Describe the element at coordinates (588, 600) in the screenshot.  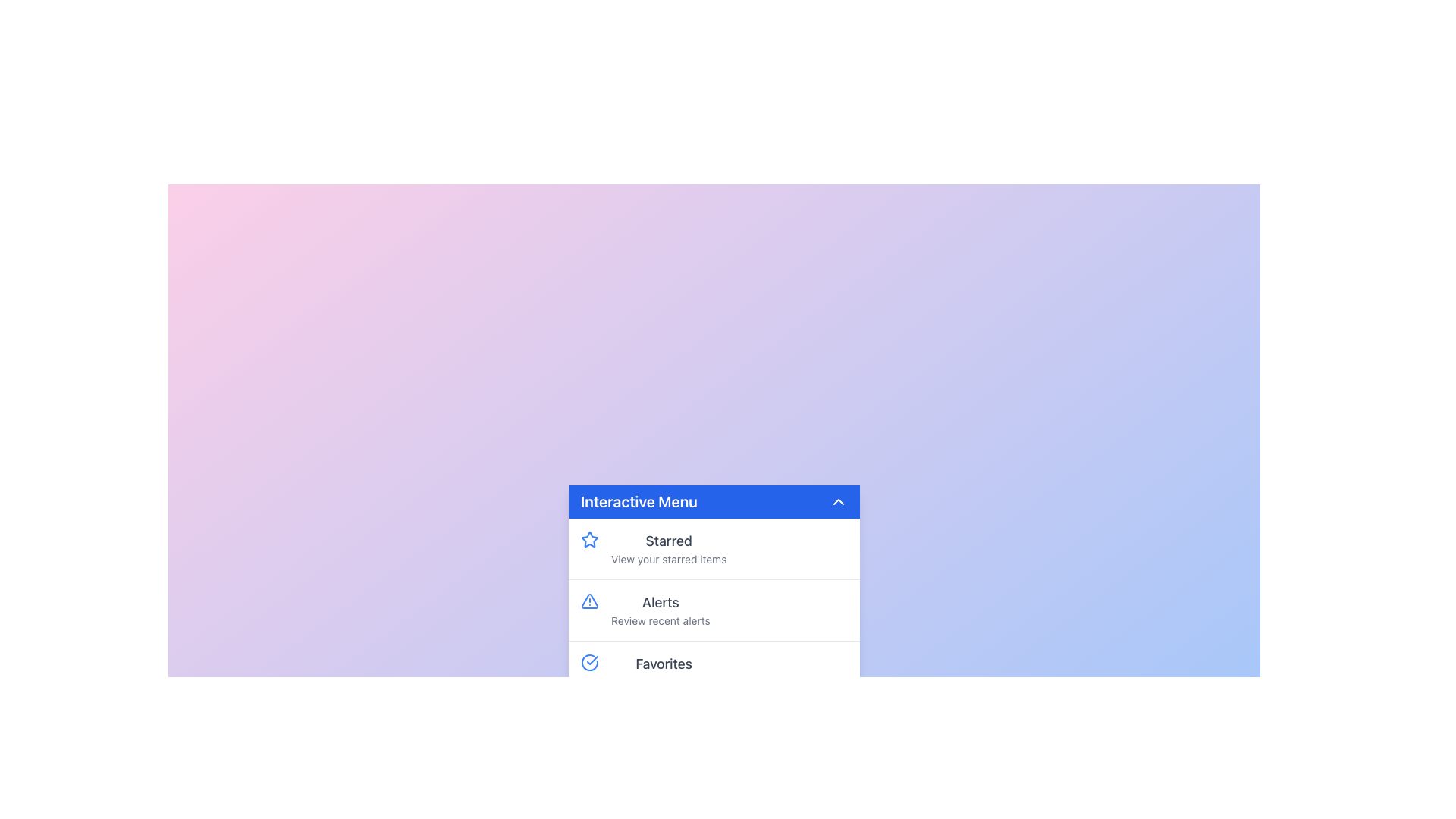
I see `the solid-filled triangle symbol within the blue alert icon in the interactive menu list, which is the second item in the list` at that location.